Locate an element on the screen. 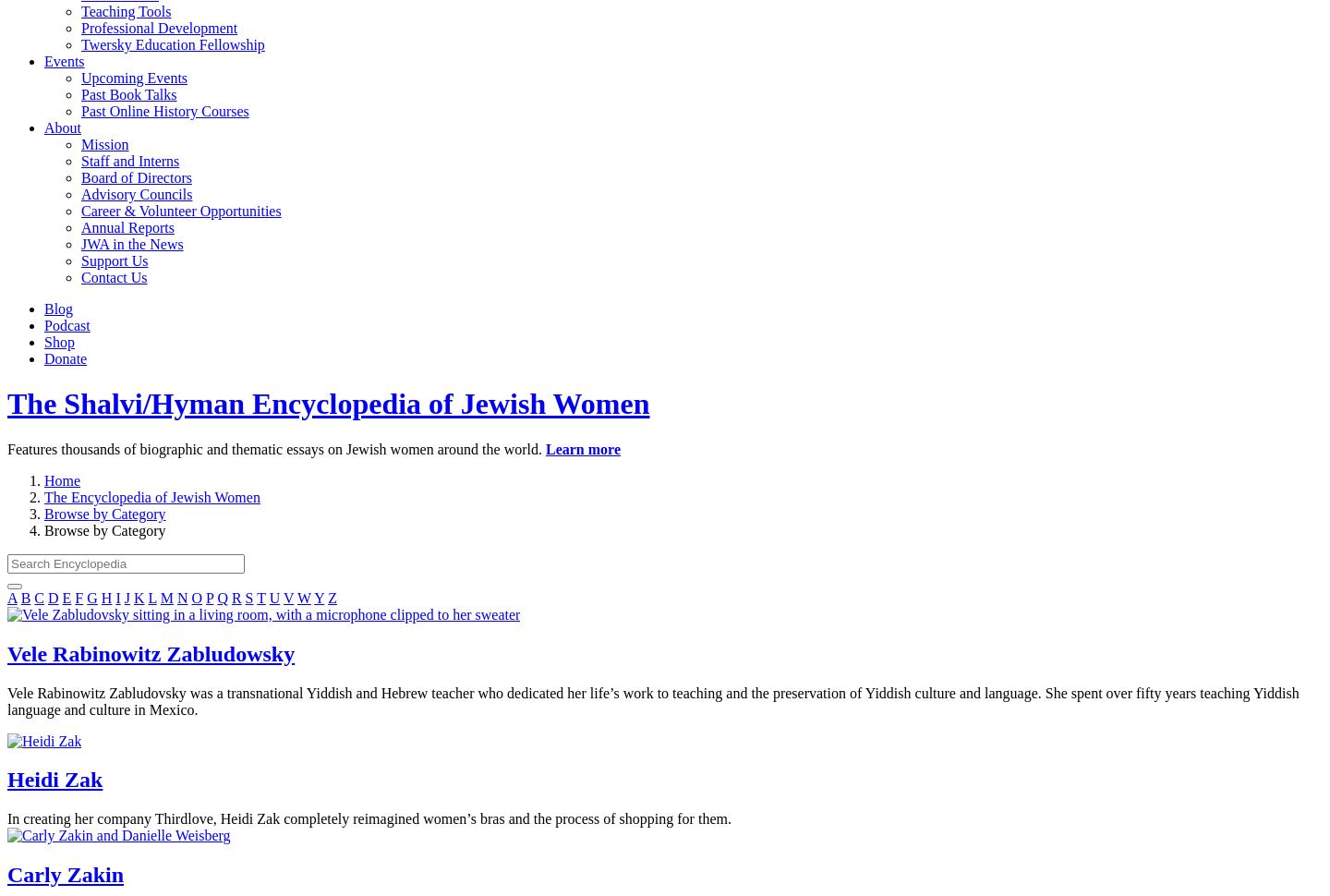  'P' is located at coordinates (209, 596).